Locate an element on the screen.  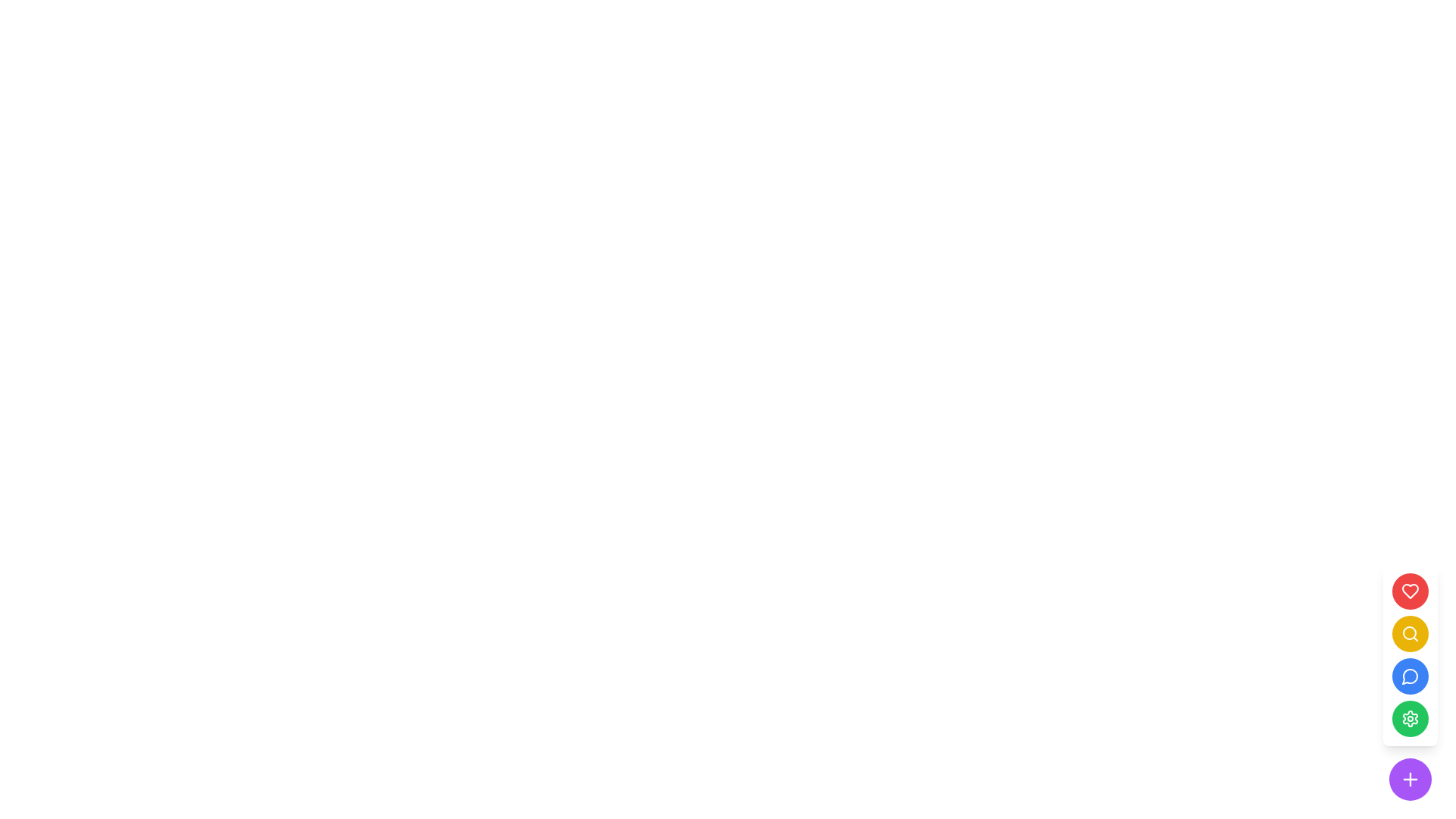
the circular graphical element within the search icon, which has a yellow fill and is positioned second from the top among interactive buttons is located at coordinates (1408, 632).